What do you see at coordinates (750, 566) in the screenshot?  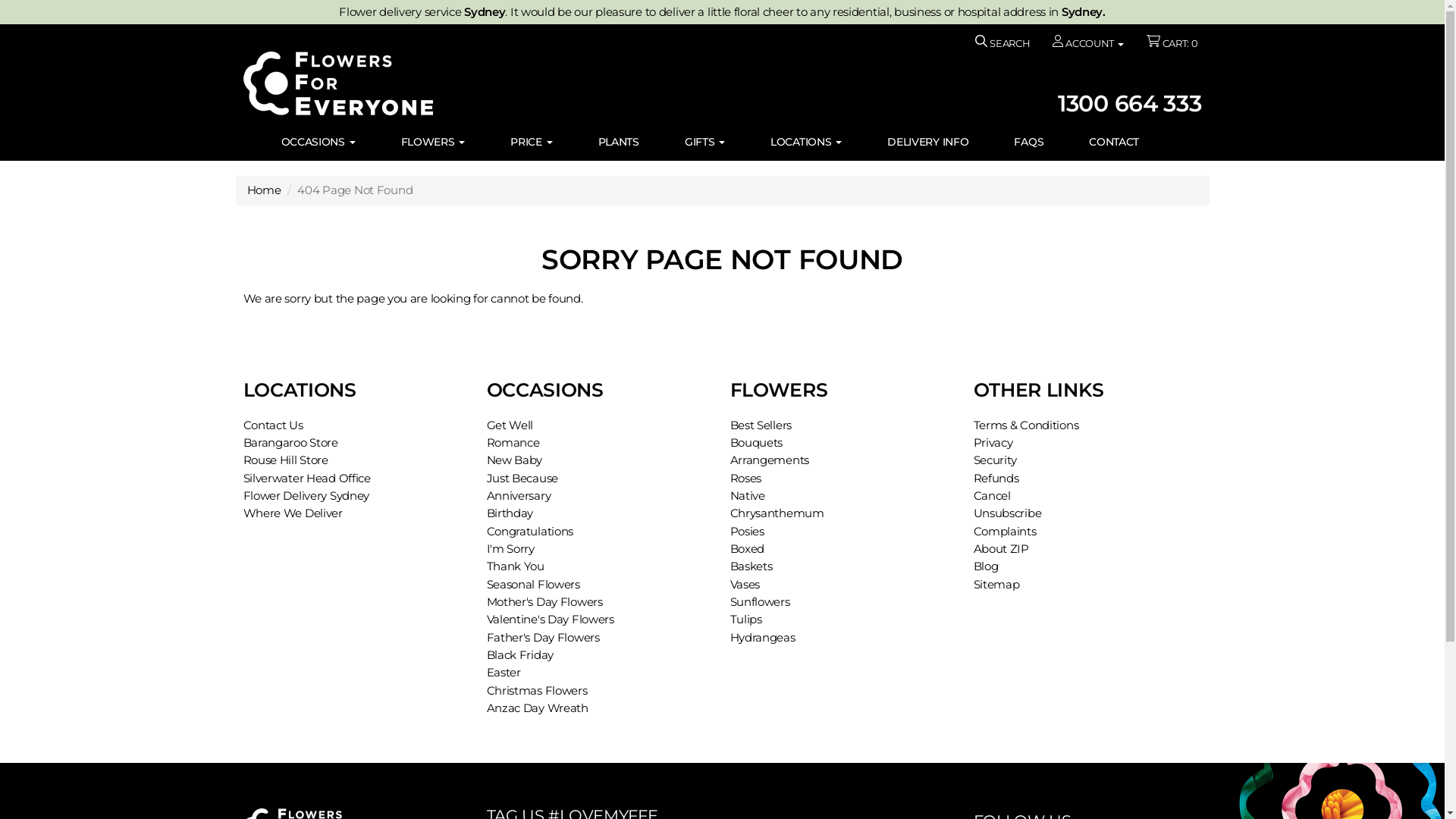 I see `'Baskets'` at bounding box center [750, 566].